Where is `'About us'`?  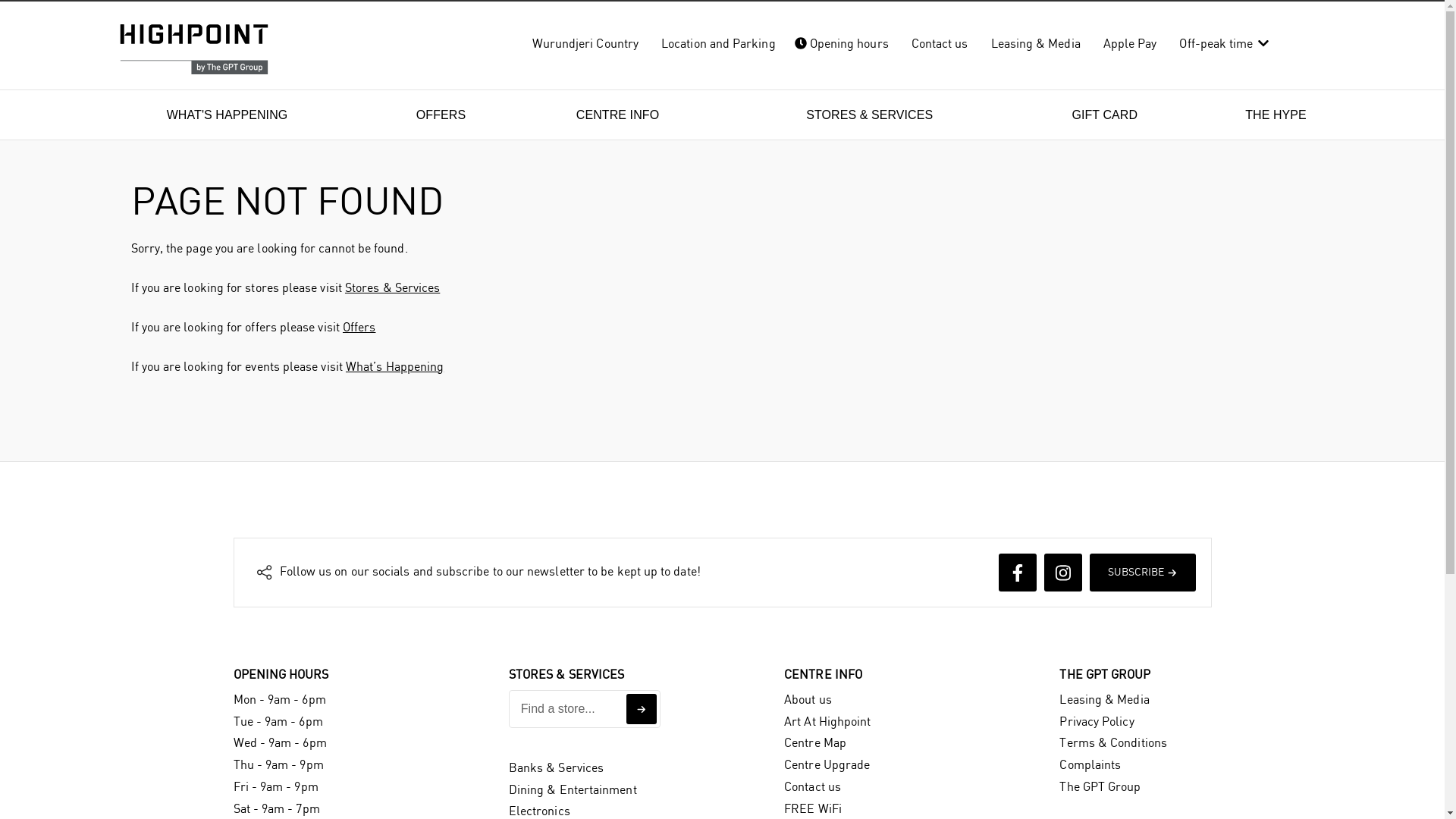 'About us' is located at coordinates (807, 700).